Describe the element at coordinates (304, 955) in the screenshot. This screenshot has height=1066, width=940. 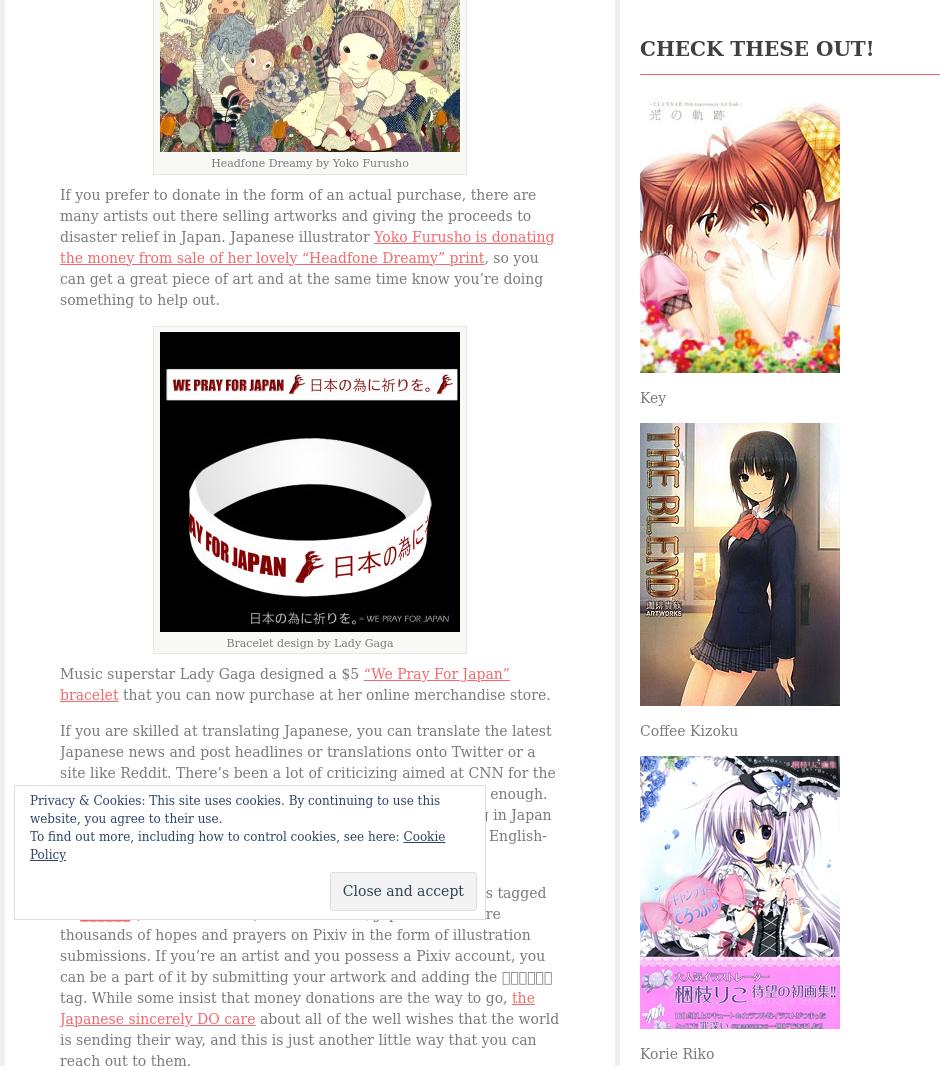
I see `'(Nihon Ganbatte) or “Good Luck, Japan”. There are thousands of hopes and prayers on Pixiv in the form of illustration submissions. If you’re an artist and you possess a Pixiv account, you can be a part of it by submitting your artwork and adding the 日本頑張って tag. While some insist that money donations are the way to go,'` at that location.